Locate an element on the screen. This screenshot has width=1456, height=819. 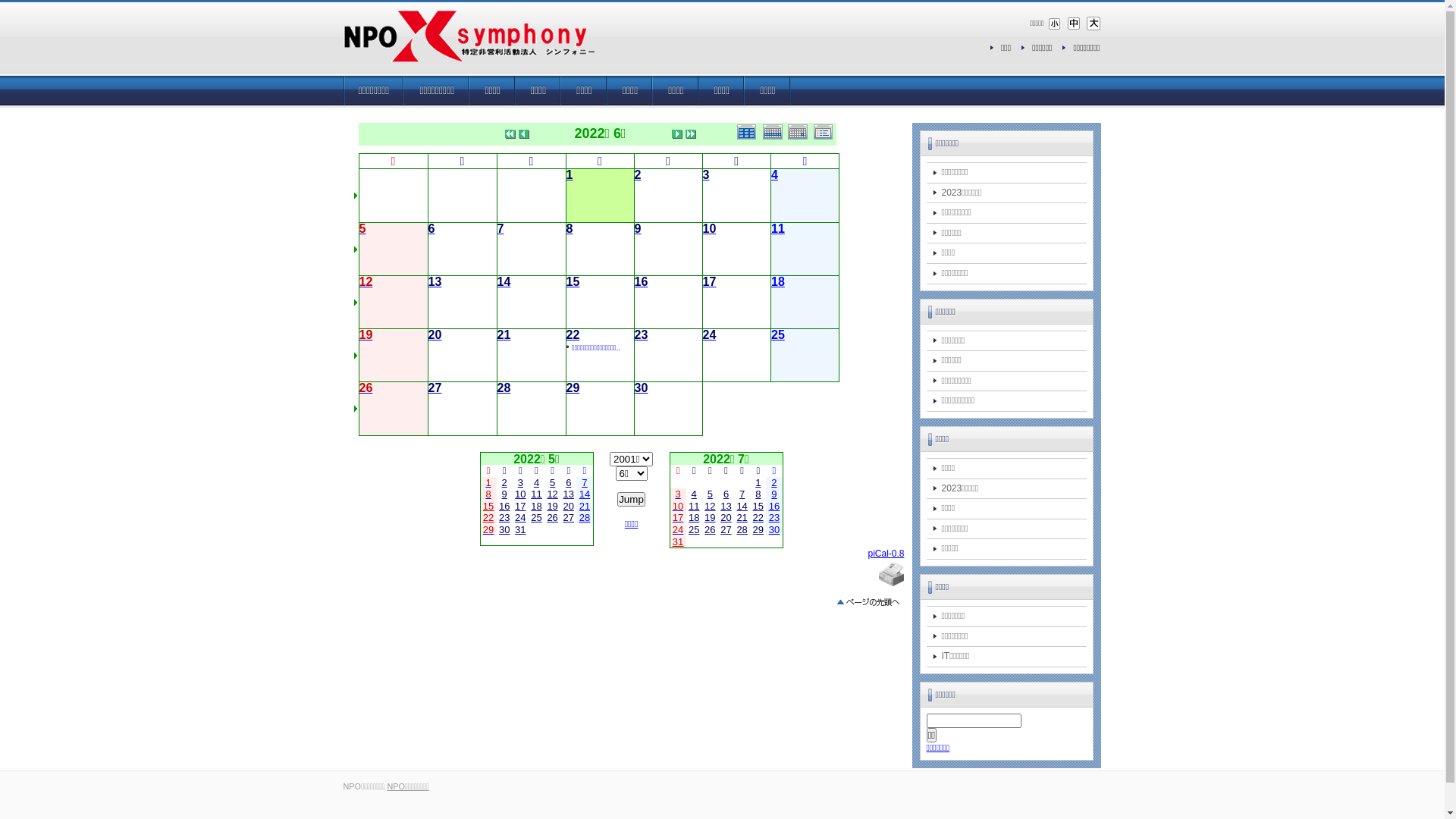
'17' is located at coordinates (708, 283).